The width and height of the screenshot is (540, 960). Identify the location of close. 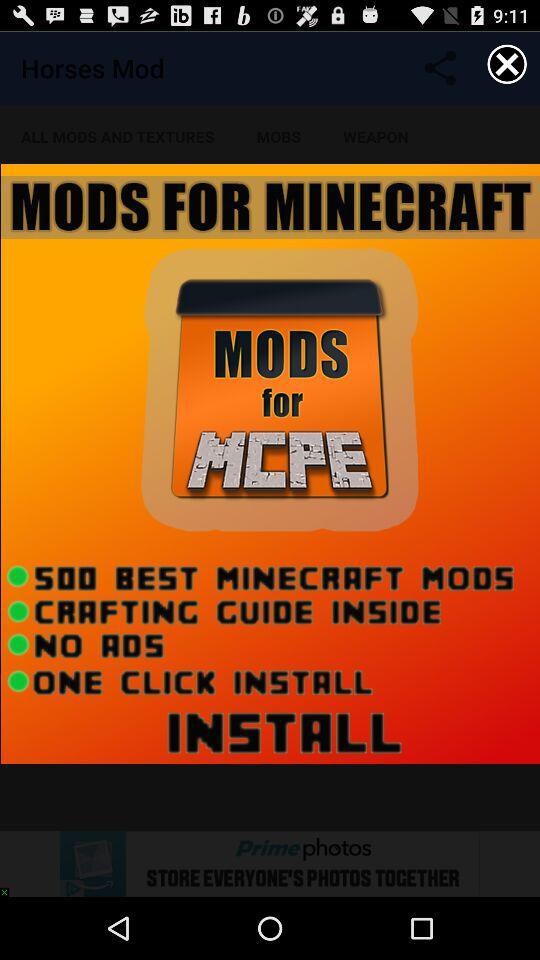
(507, 64).